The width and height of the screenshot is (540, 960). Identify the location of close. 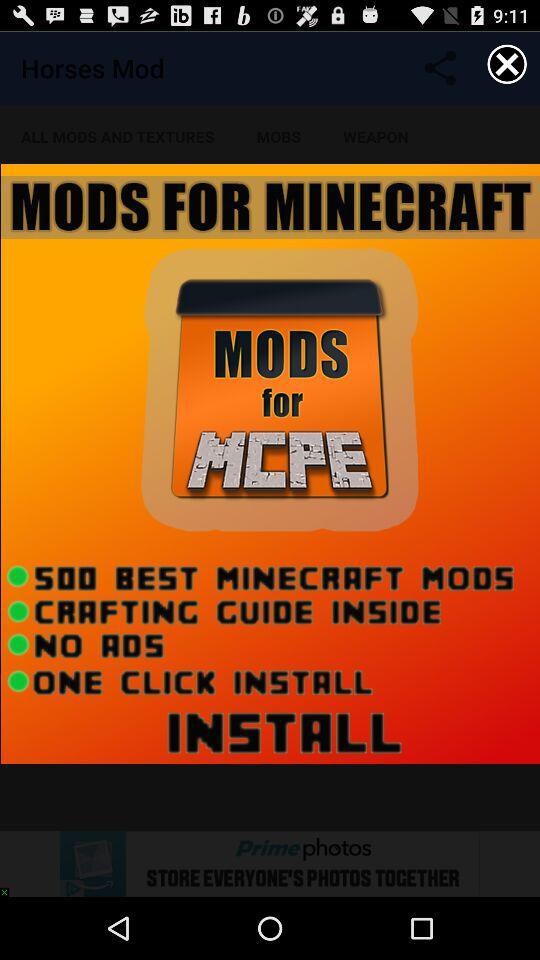
(507, 64).